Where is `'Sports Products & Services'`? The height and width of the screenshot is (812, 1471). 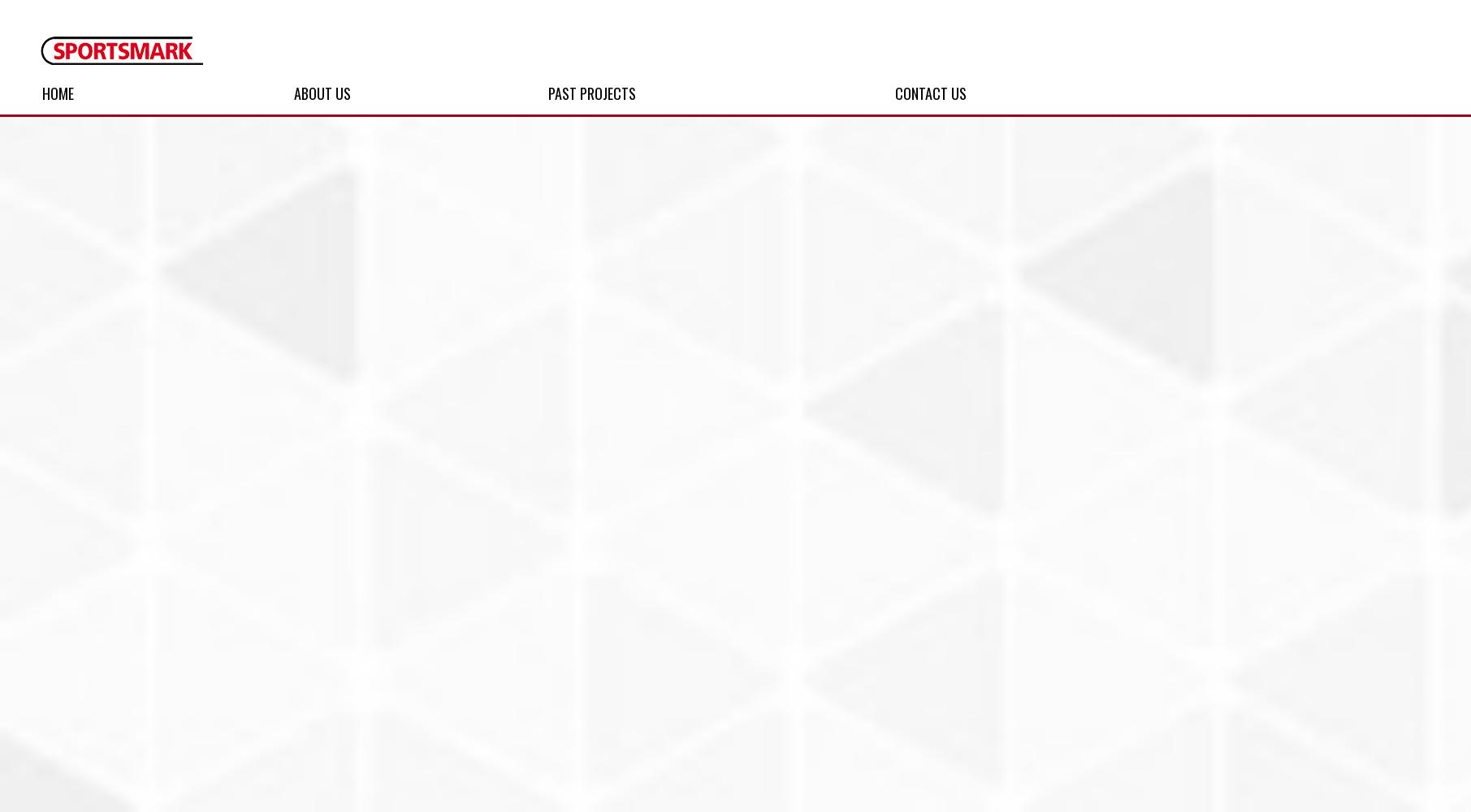
'Sports Products & Services' is located at coordinates (180, 93).